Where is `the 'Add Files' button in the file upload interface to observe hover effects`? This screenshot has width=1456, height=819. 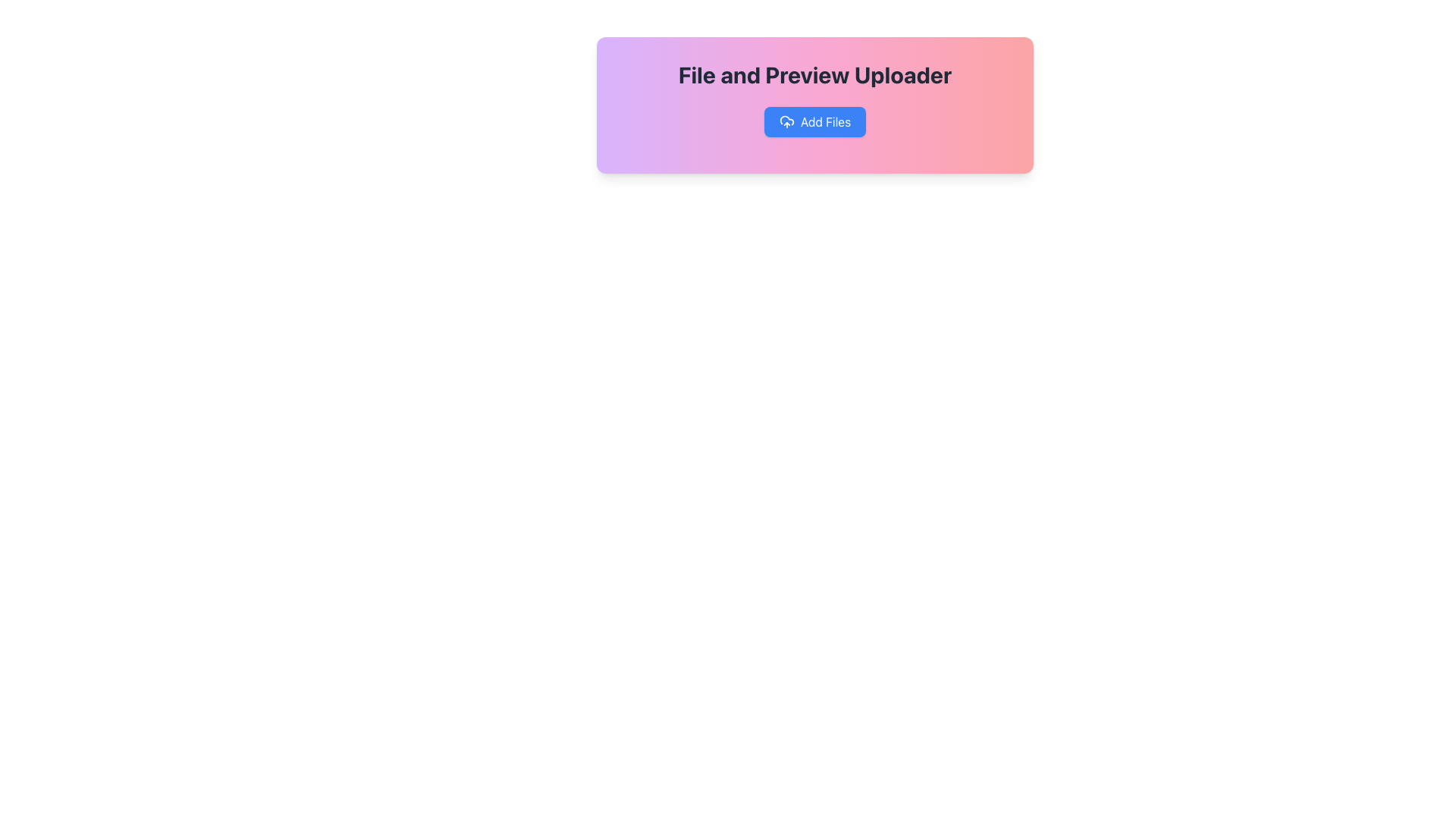 the 'Add Files' button in the file upload interface to observe hover effects is located at coordinates (814, 104).